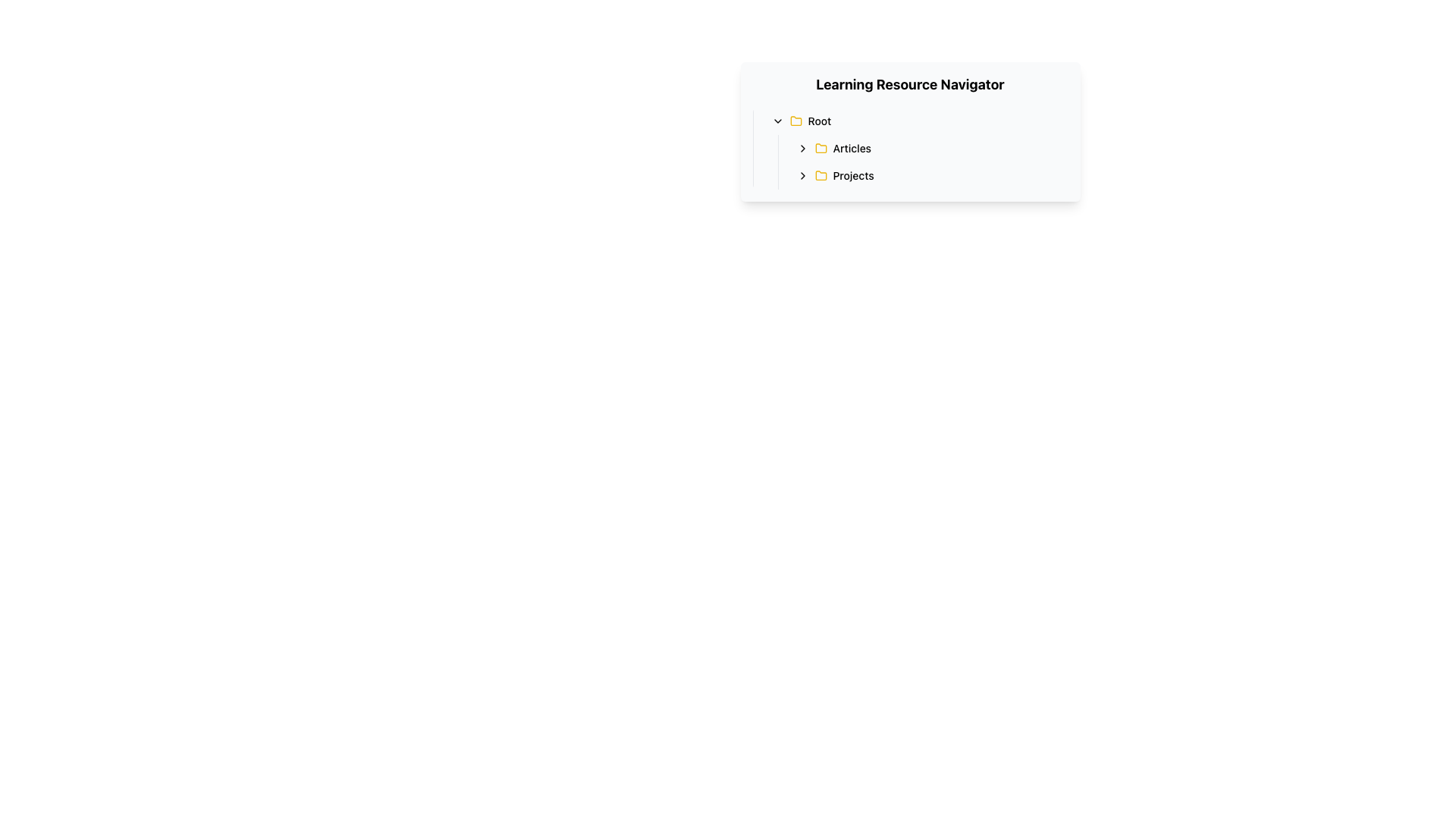  What do you see at coordinates (795, 120) in the screenshot?
I see `the yellow folder icon located to the left of the 'Root' label in the Learning Resource Navigator` at bounding box center [795, 120].